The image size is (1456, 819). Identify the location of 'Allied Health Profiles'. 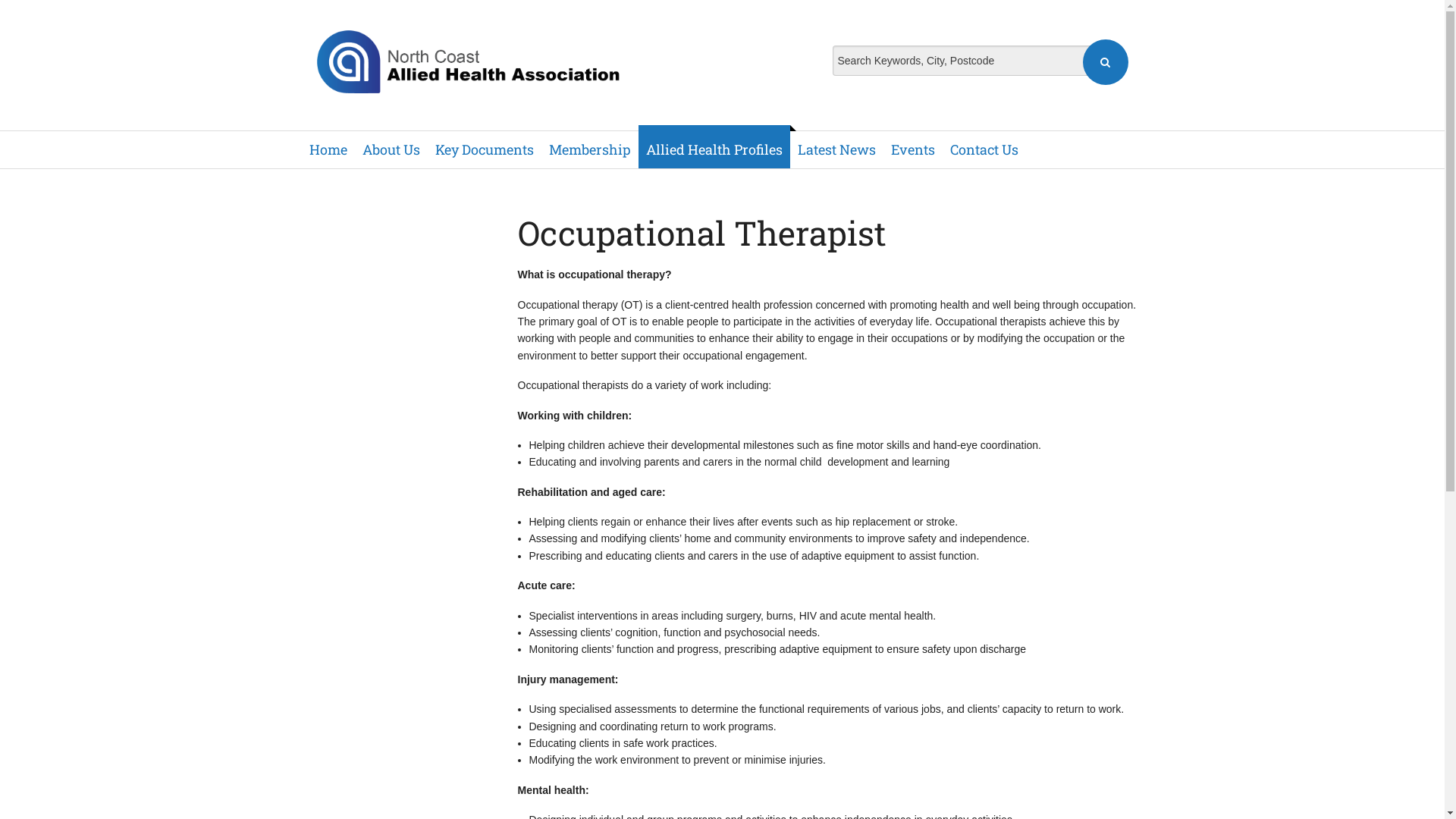
(713, 146).